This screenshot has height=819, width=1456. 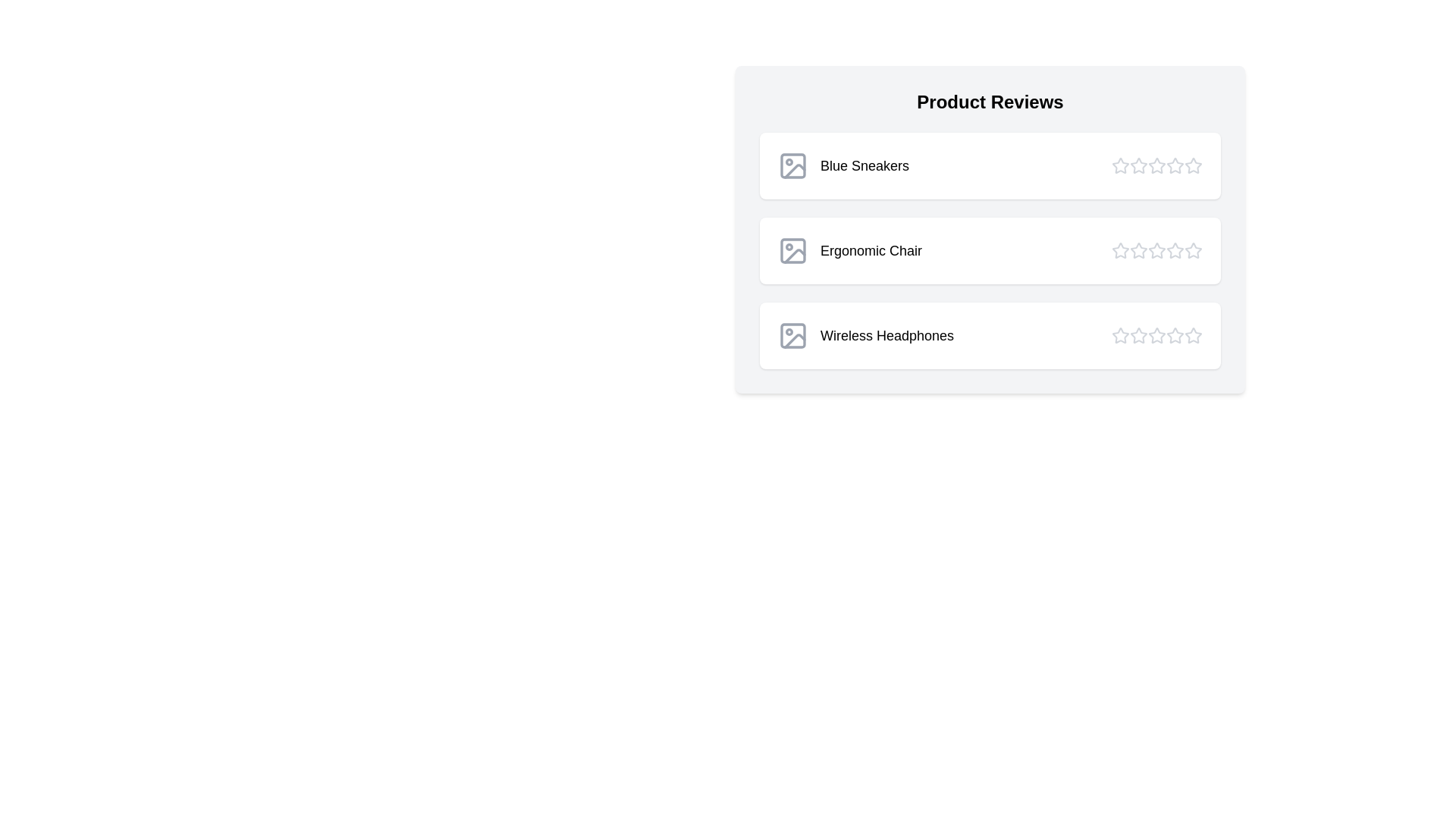 What do you see at coordinates (887, 335) in the screenshot?
I see `the product name Wireless Headphones to interact with it` at bounding box center [887, 335].